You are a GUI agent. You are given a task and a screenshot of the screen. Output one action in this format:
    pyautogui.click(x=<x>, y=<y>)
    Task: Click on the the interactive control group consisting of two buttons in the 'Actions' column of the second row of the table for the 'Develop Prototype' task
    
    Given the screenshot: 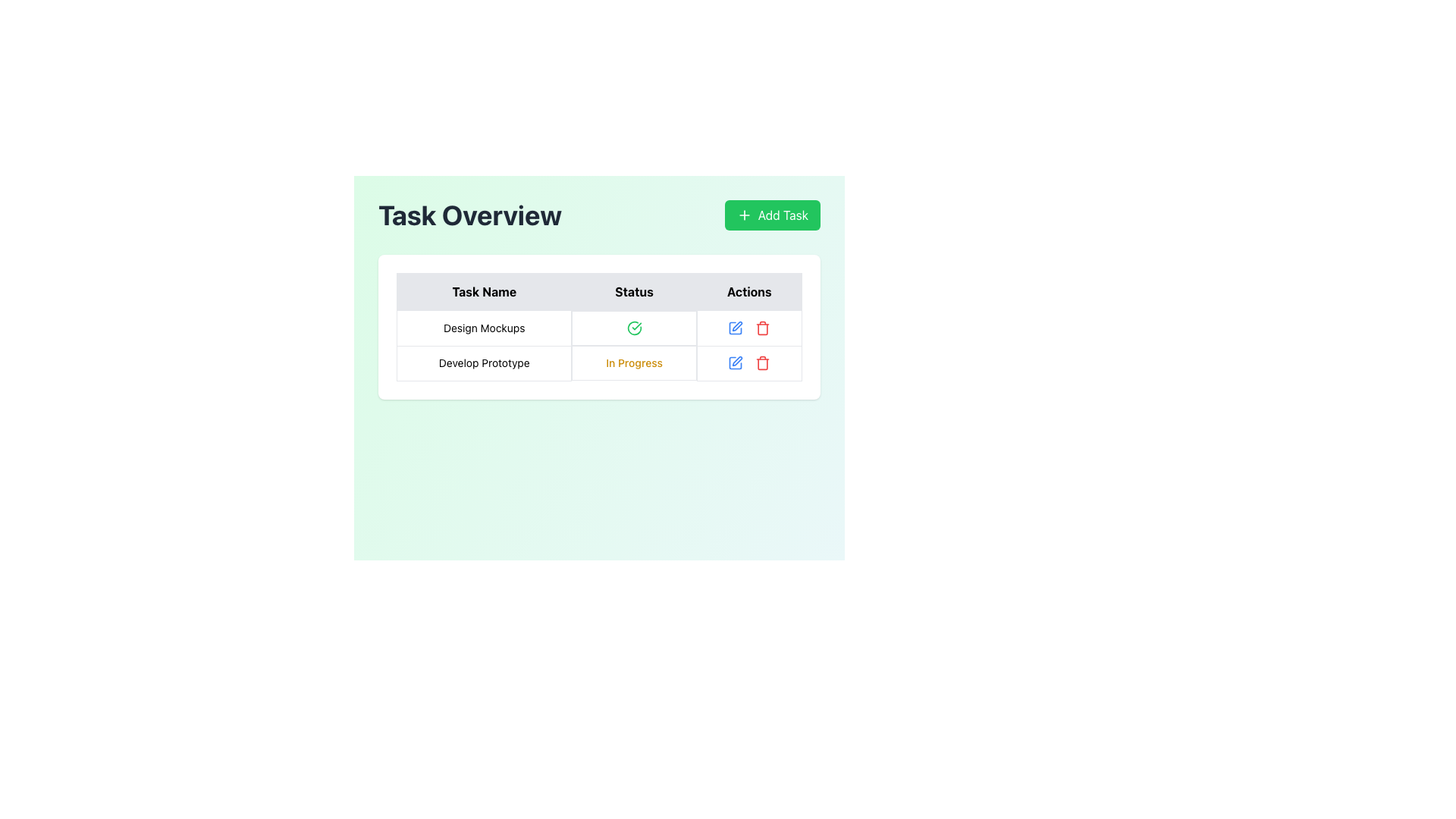 What is the action you would take?
    pyautogui.click(x=749, y=362)
    